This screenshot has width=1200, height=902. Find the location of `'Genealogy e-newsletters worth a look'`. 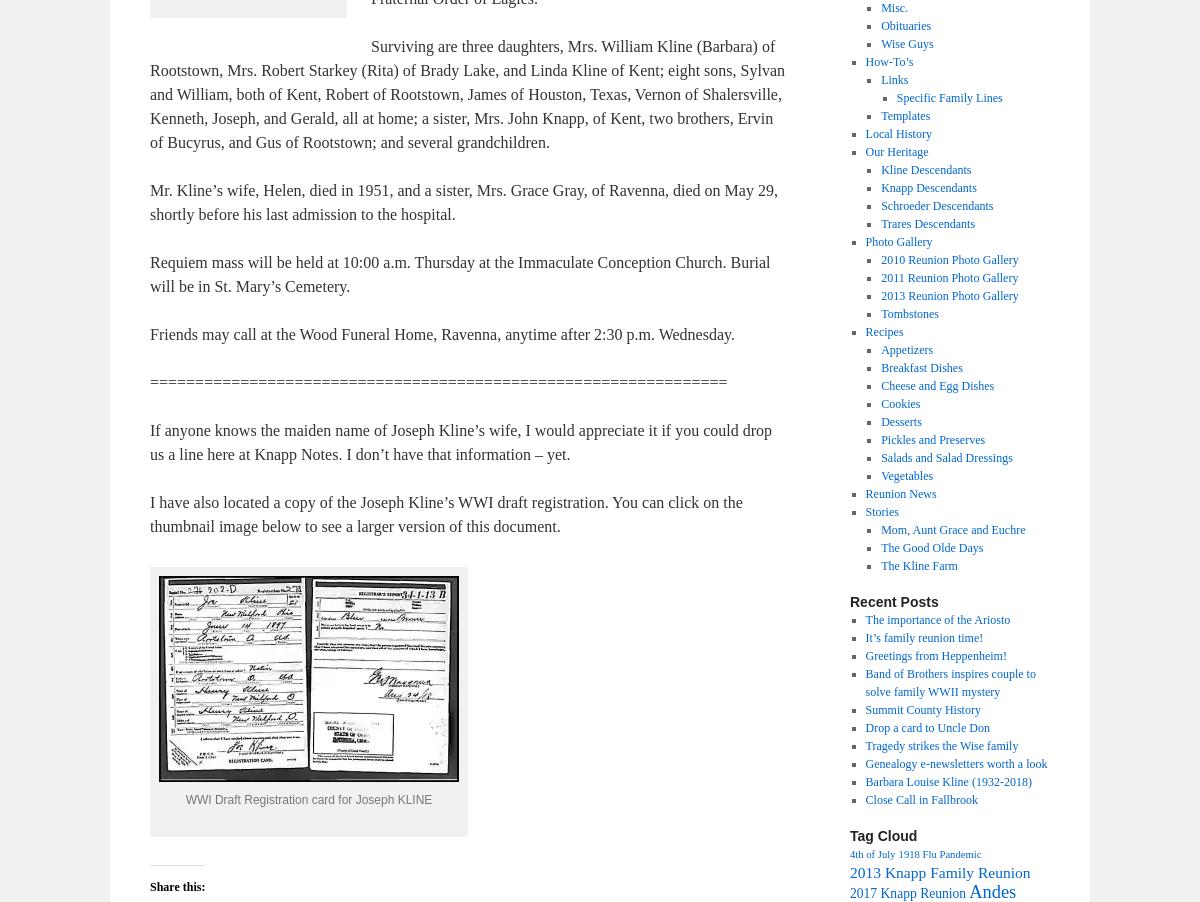

'Genealogy e-newsletters worth a look' is located at coordinates (863, 762).